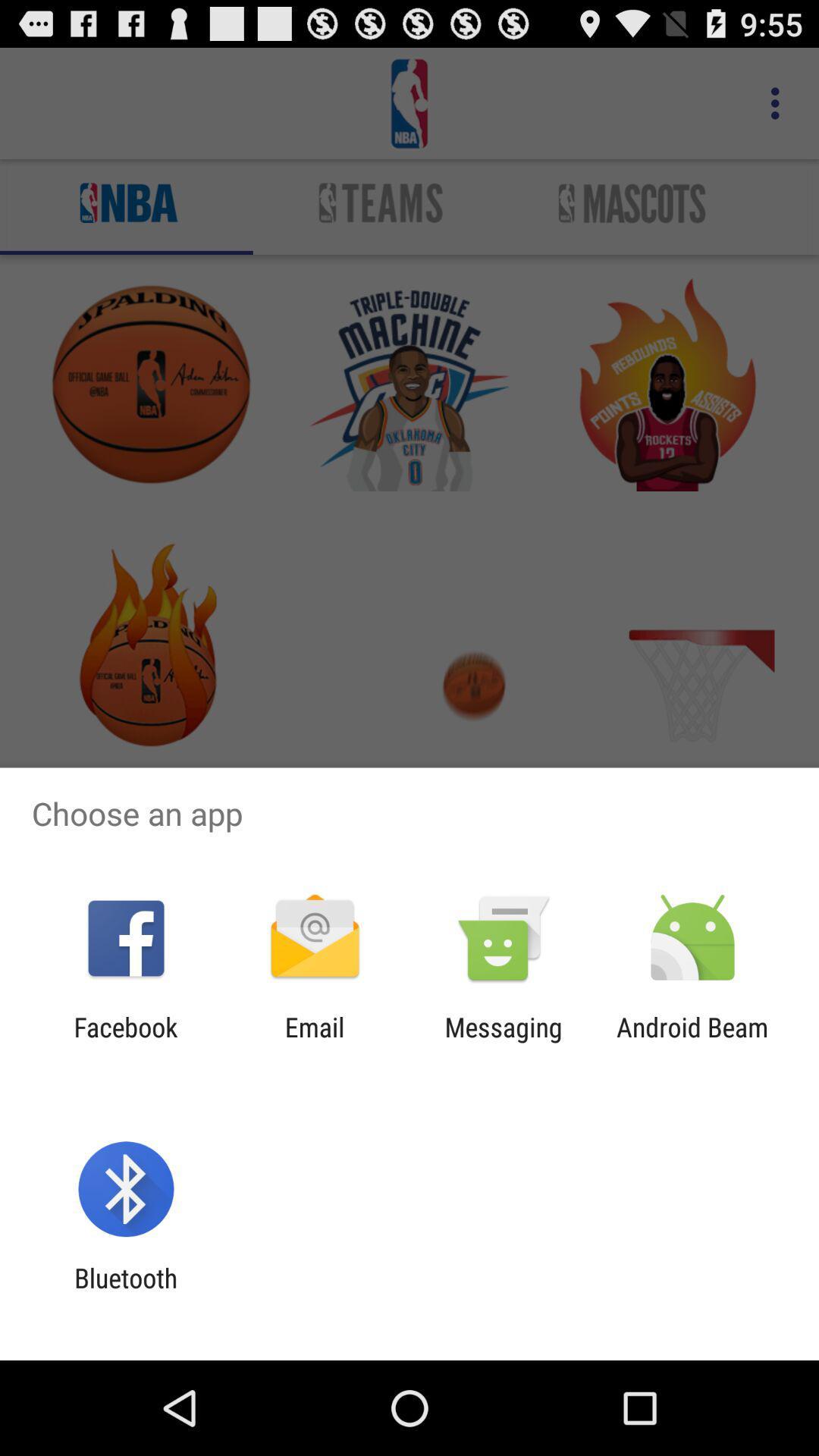  I want to click on the icon next to email app, so click(504, 1042).